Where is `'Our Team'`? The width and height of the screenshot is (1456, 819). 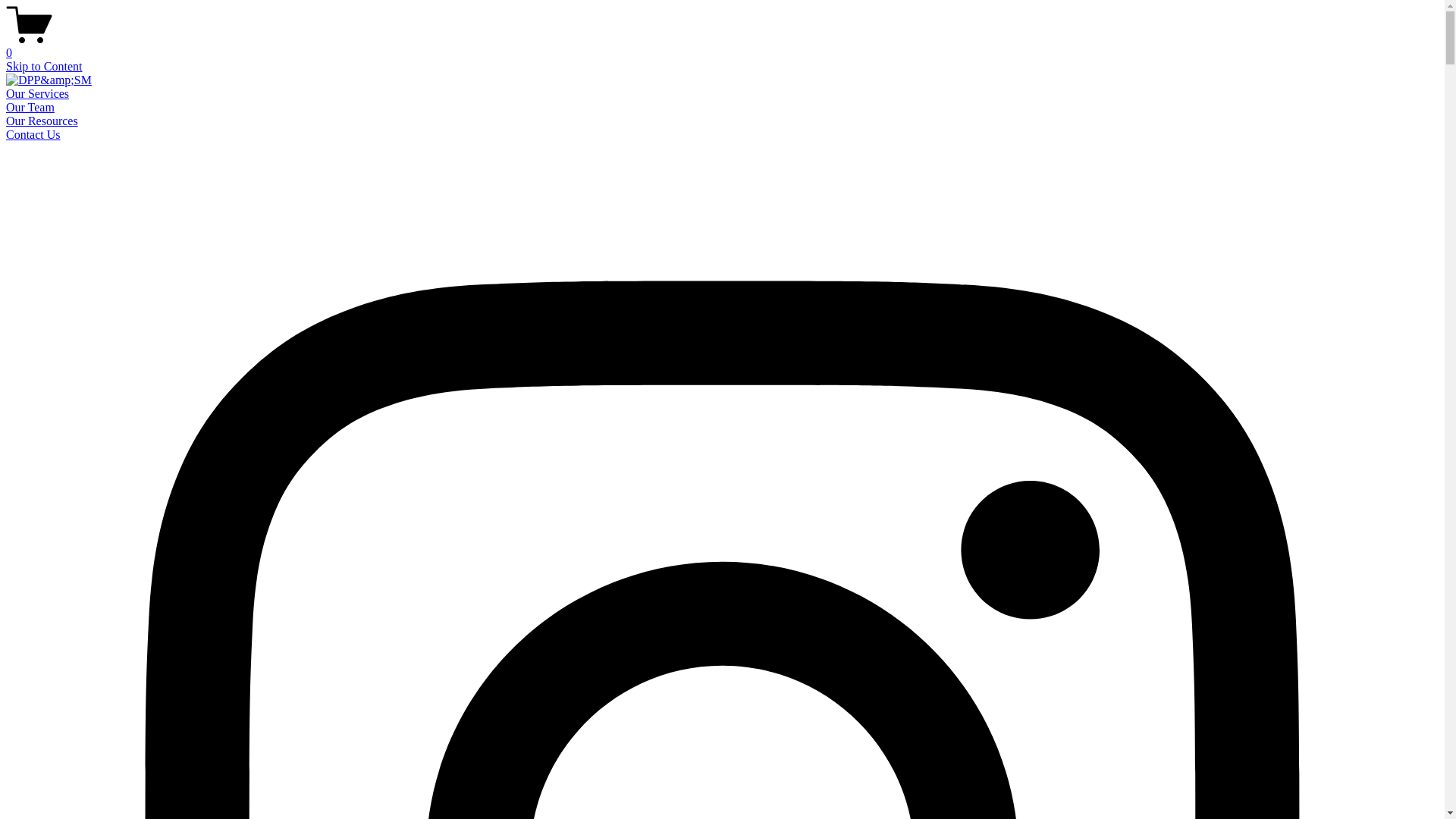
'Our Team' is located at coordinates (30, 106).